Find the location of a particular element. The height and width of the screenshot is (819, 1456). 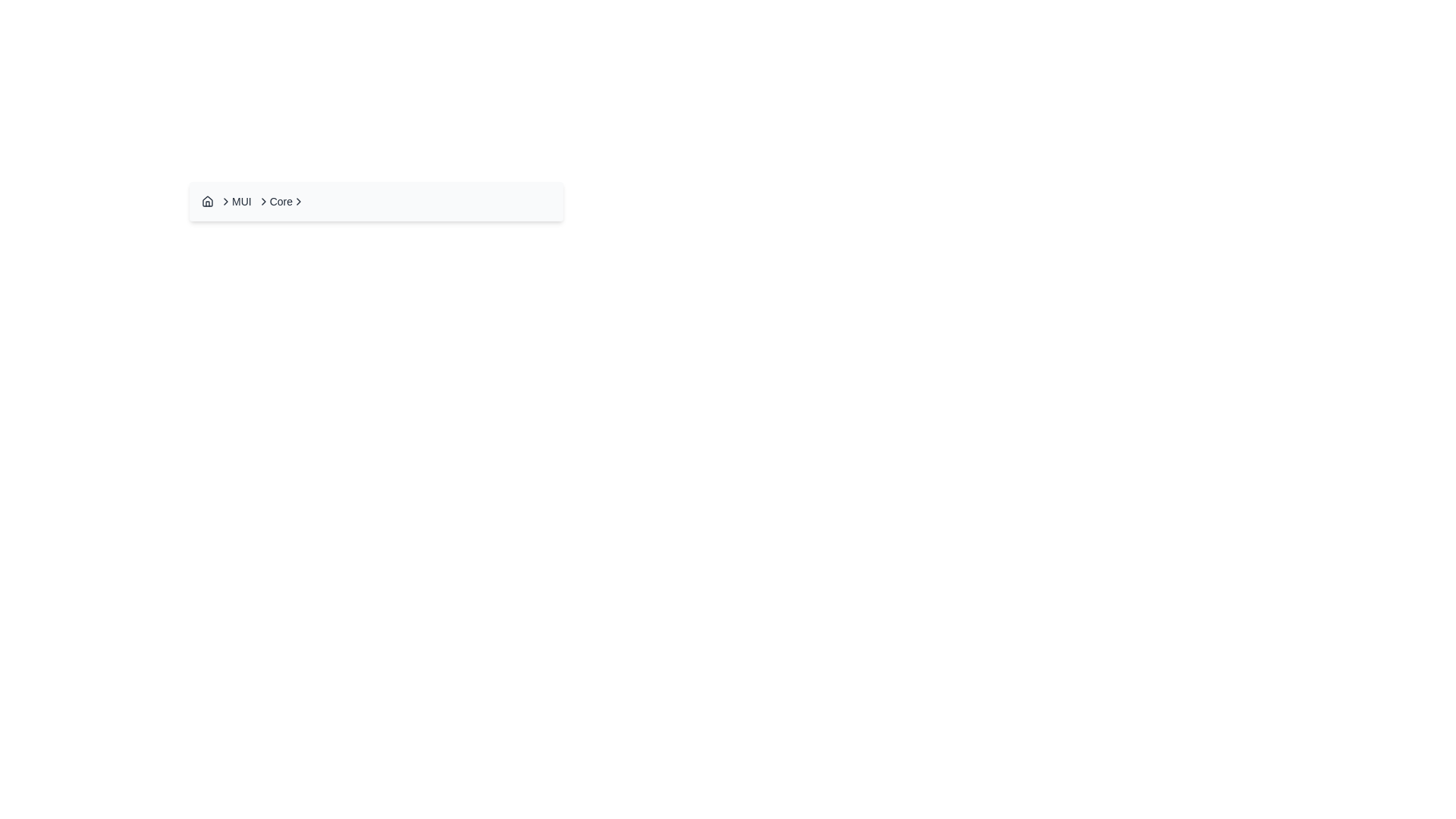

the clickable breadcrumb link with an accompanying icon is located at coordinates (287, 201).